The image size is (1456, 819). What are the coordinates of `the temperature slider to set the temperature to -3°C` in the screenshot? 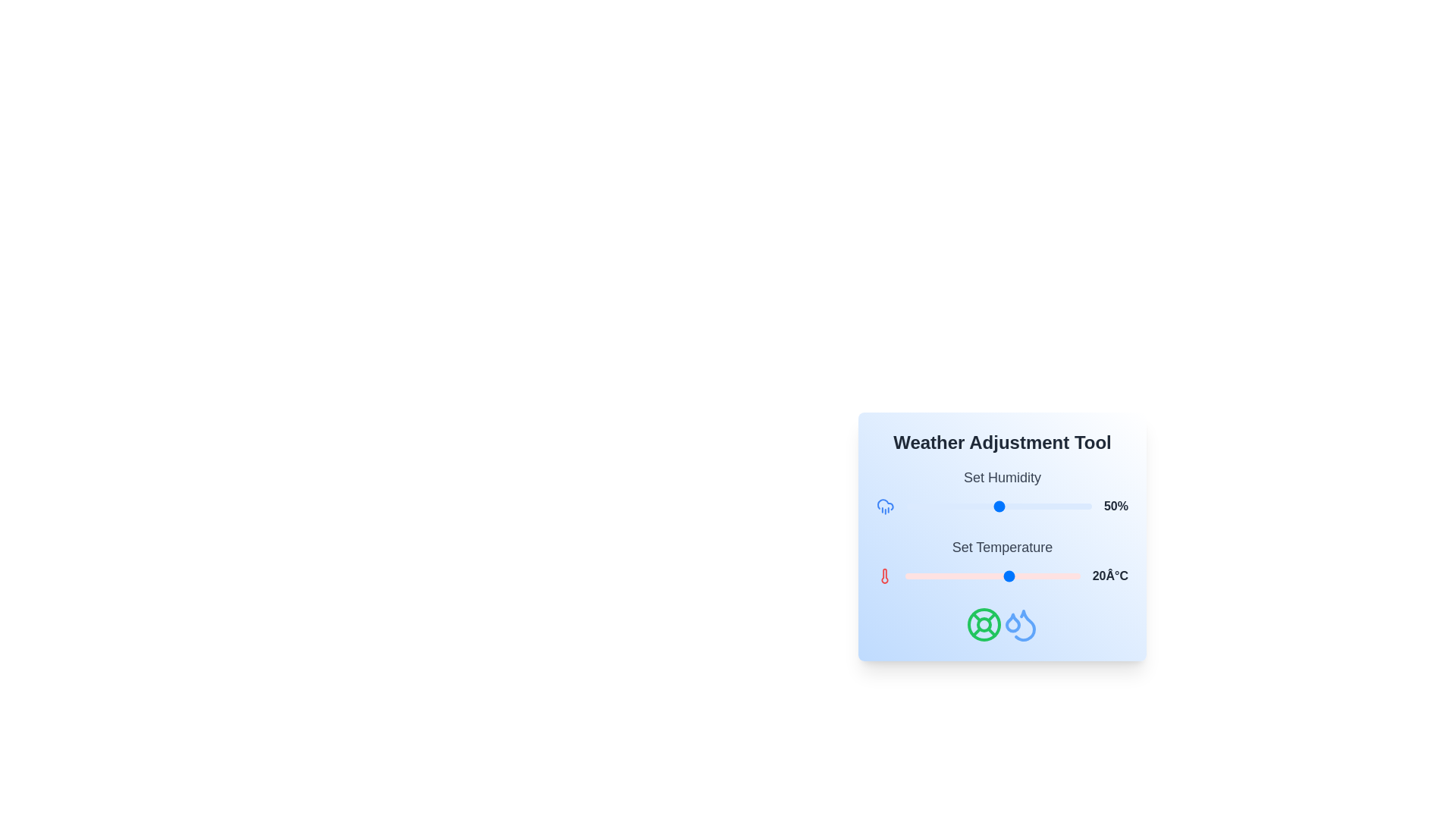 It's located at (929, 576).